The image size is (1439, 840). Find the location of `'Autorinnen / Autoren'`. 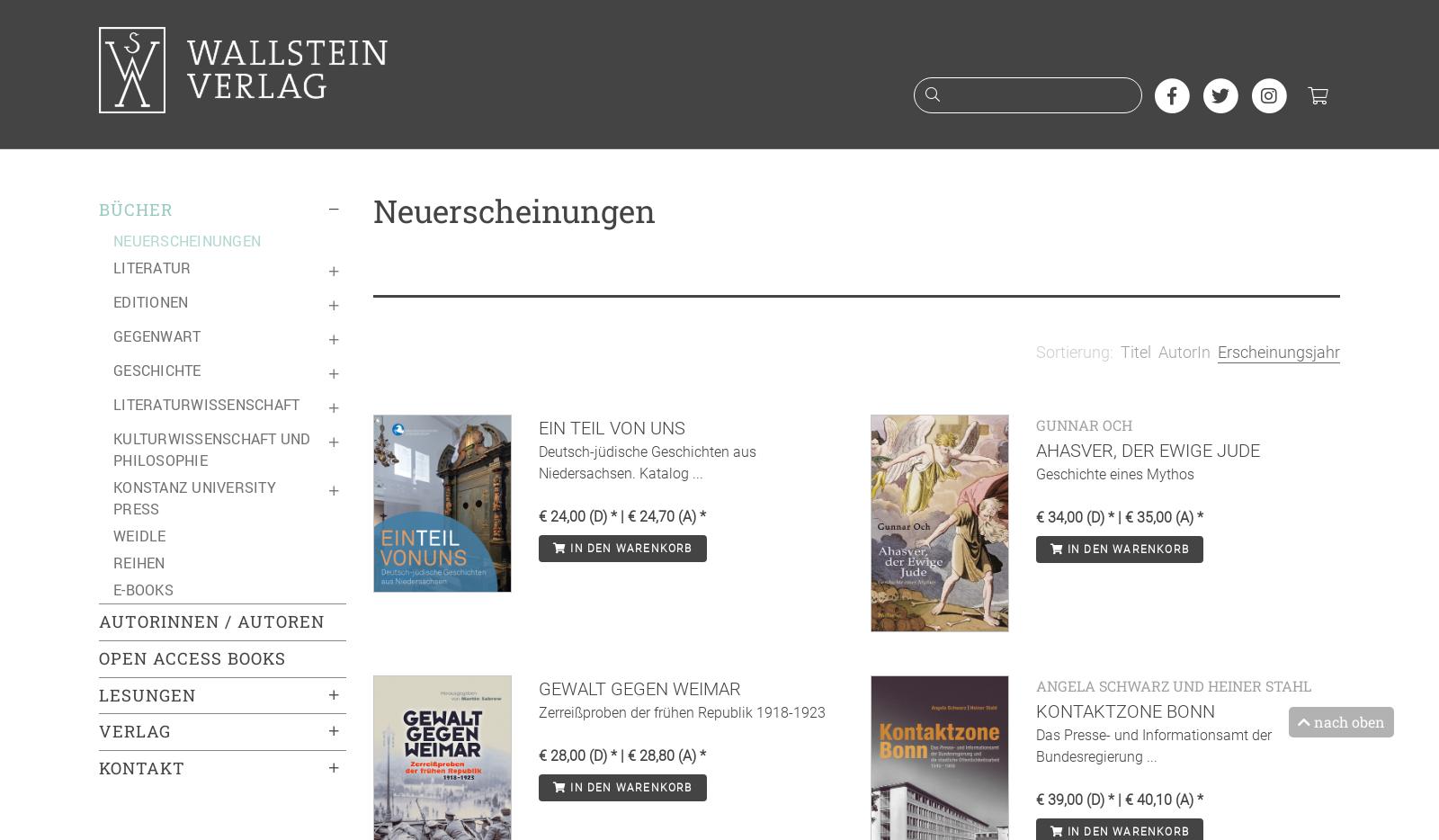

'Autorinnen / Autoren' is located at coordinates (211, 620).